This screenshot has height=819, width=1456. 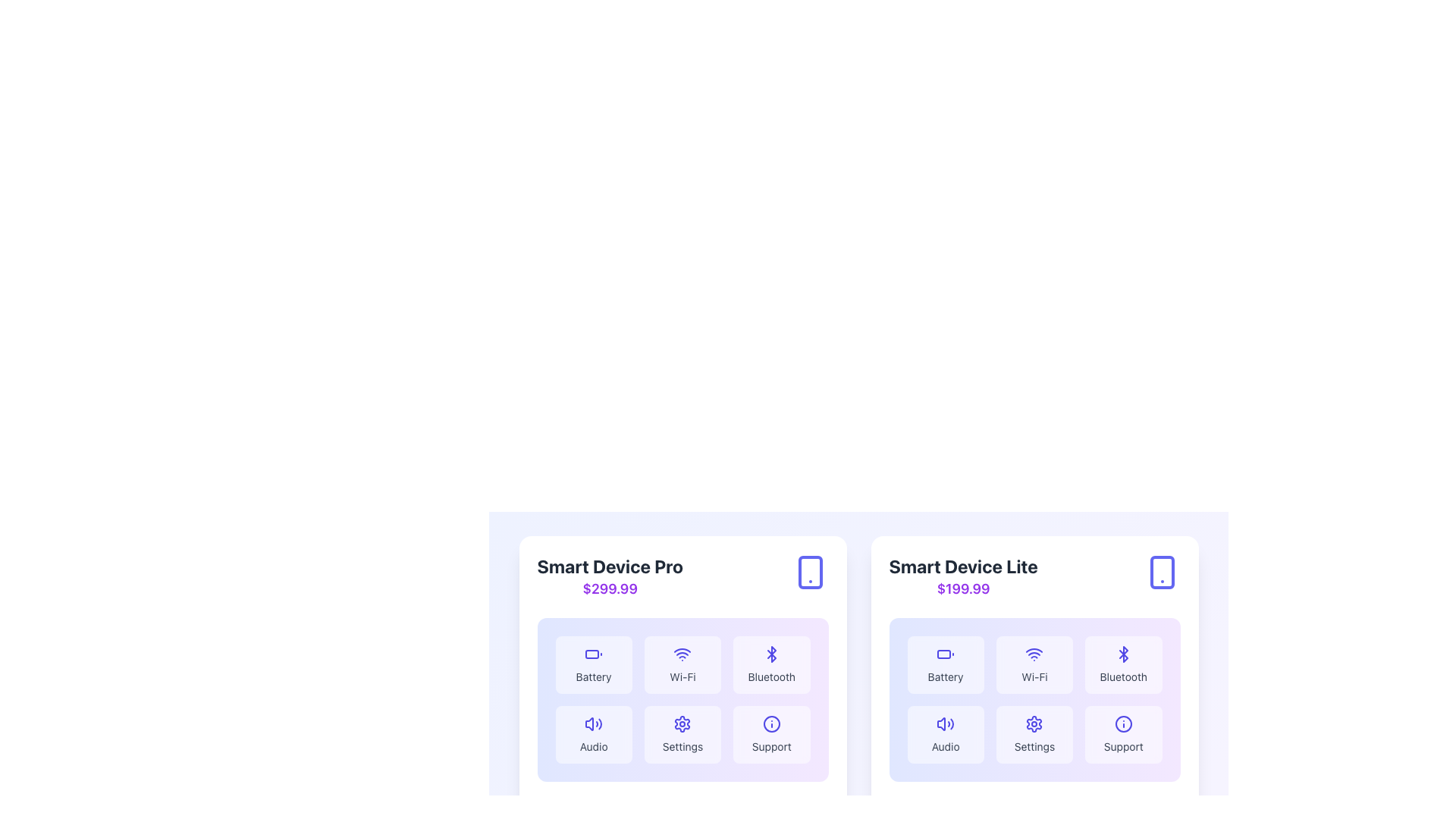 I want to click on the Bluetooth icon, so click(x=771, y=654).